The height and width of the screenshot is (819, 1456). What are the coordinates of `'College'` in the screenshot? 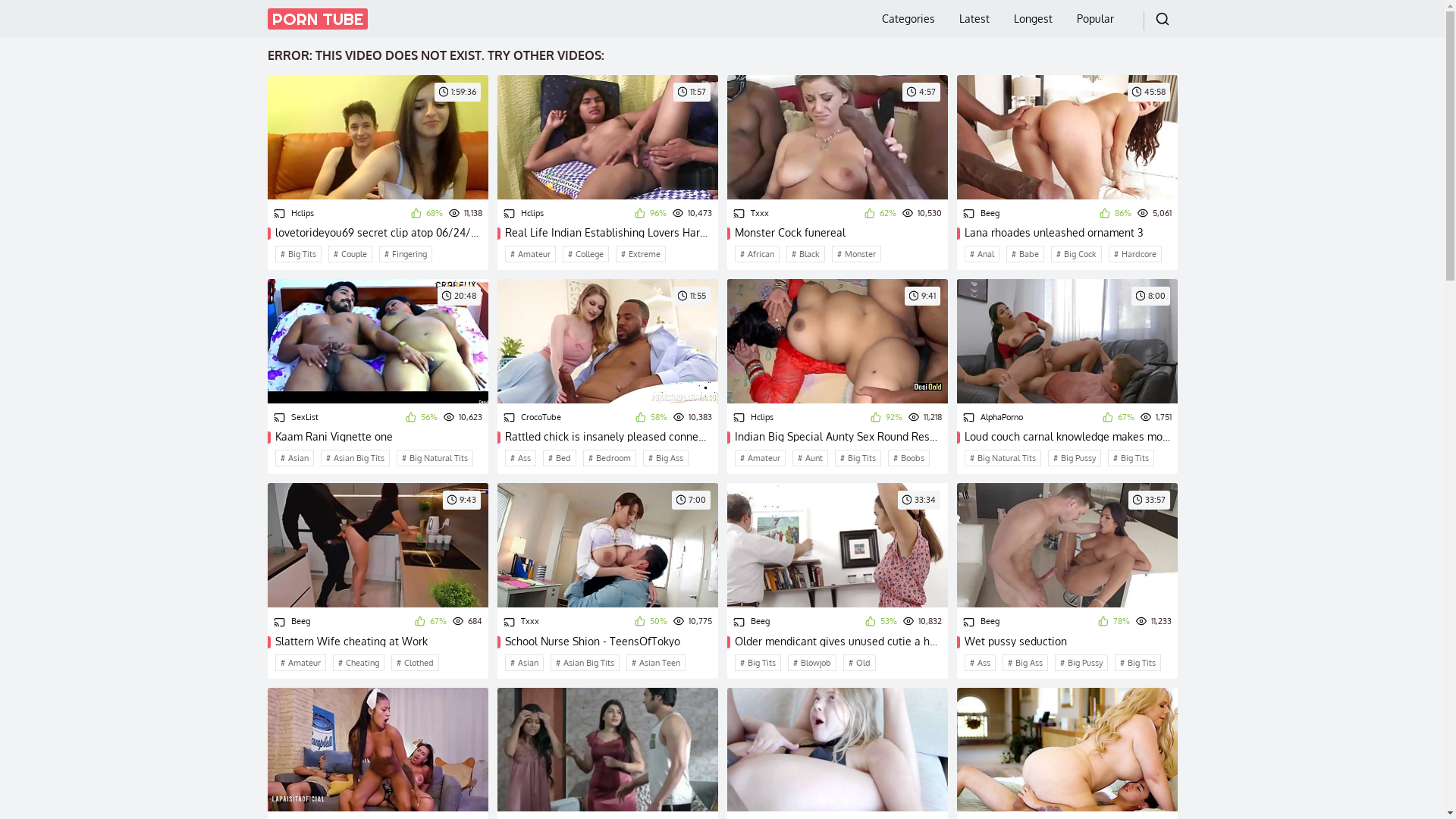 It's located at (585, 253).